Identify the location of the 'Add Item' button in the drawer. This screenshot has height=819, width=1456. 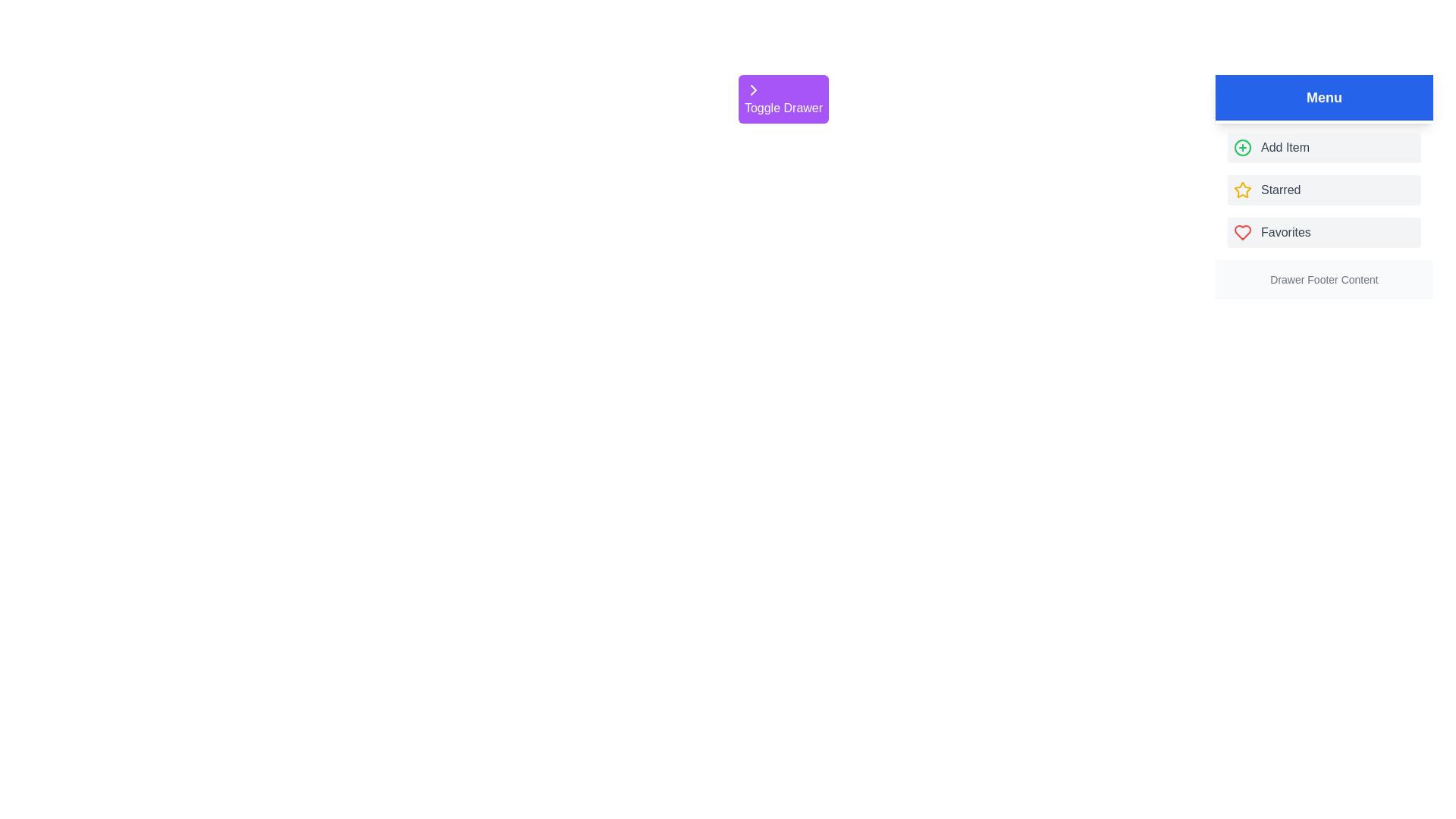
(1323, 148).